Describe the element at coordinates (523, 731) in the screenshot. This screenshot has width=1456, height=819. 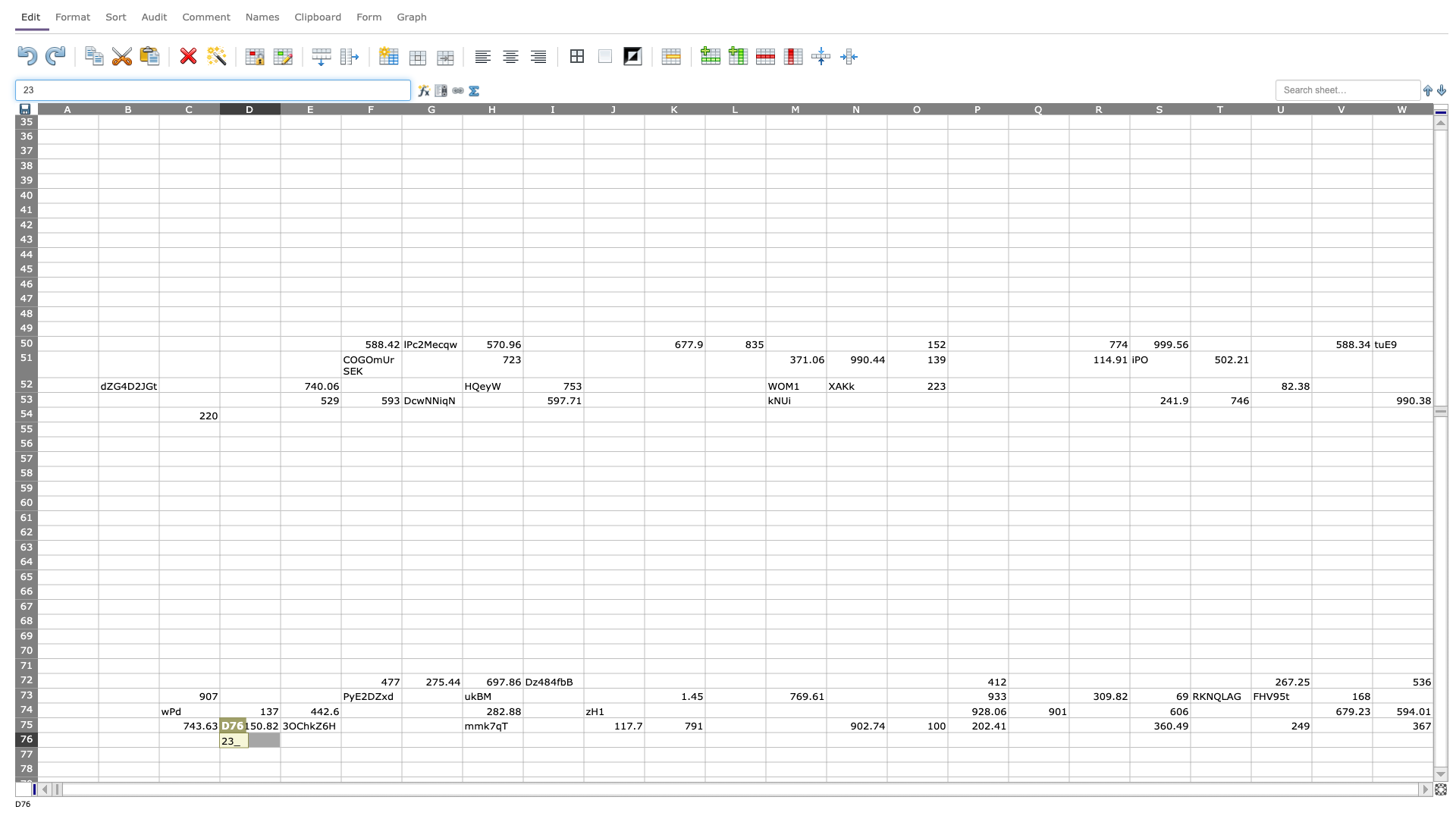
I see `Top left corner at position I76` at that location.